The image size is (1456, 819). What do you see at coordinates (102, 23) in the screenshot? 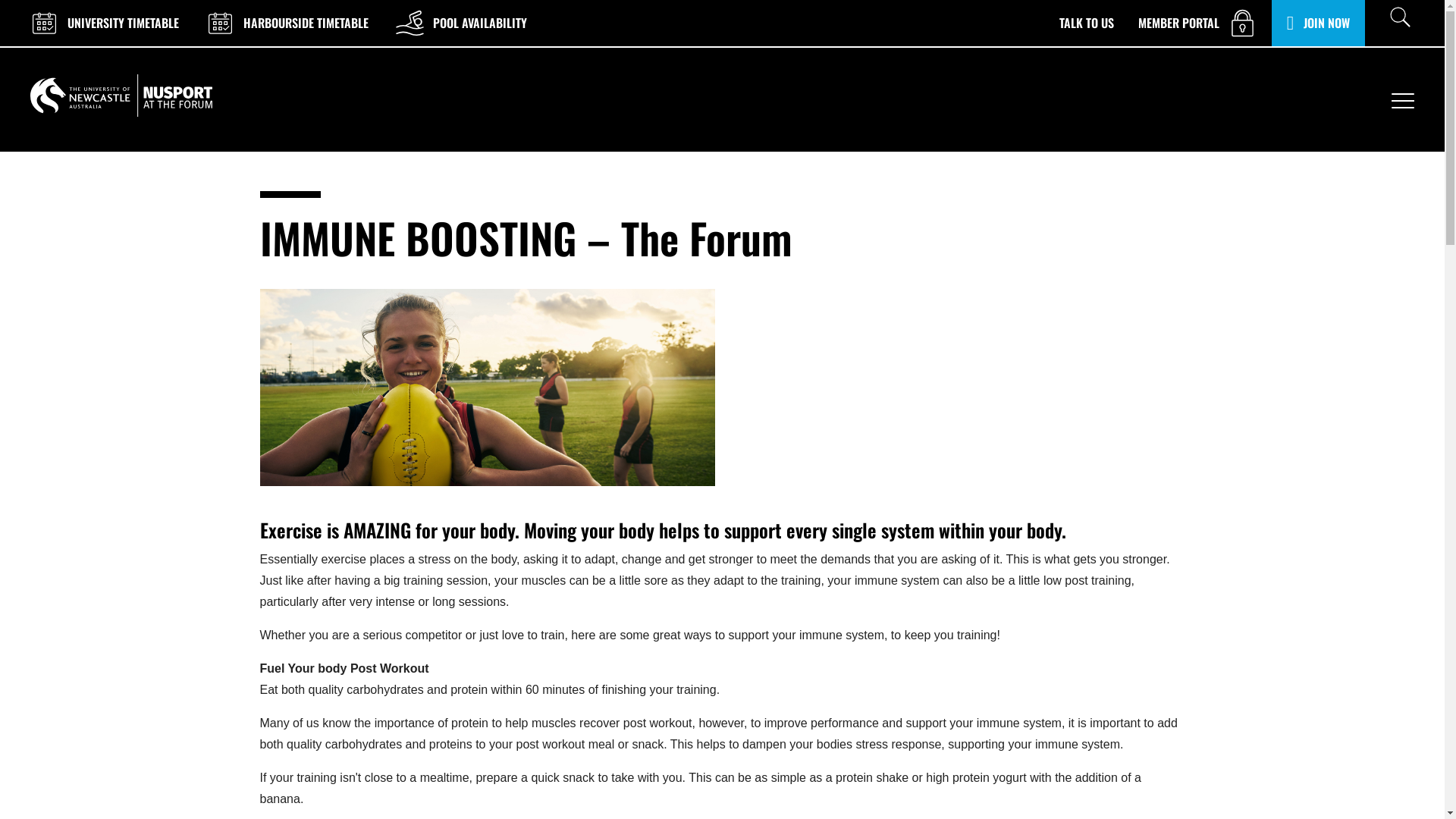
I see `'UNIVERSITY TIMETABLE'` at bounding box center [102, 23].